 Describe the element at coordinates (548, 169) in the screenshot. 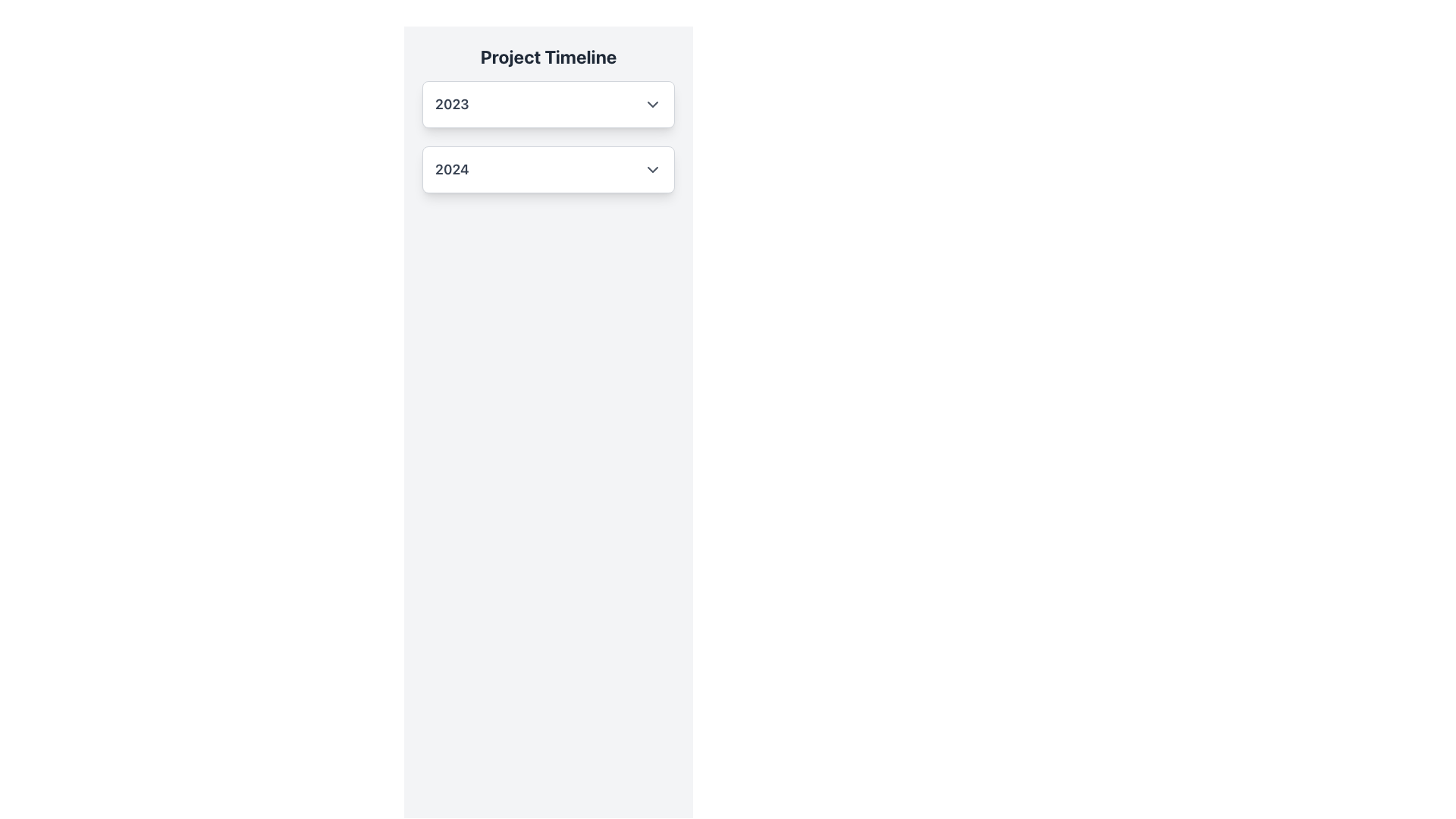

I see `the selectable year option for 2024 located directly below the 2023 option in the dropdown menu` at that location.